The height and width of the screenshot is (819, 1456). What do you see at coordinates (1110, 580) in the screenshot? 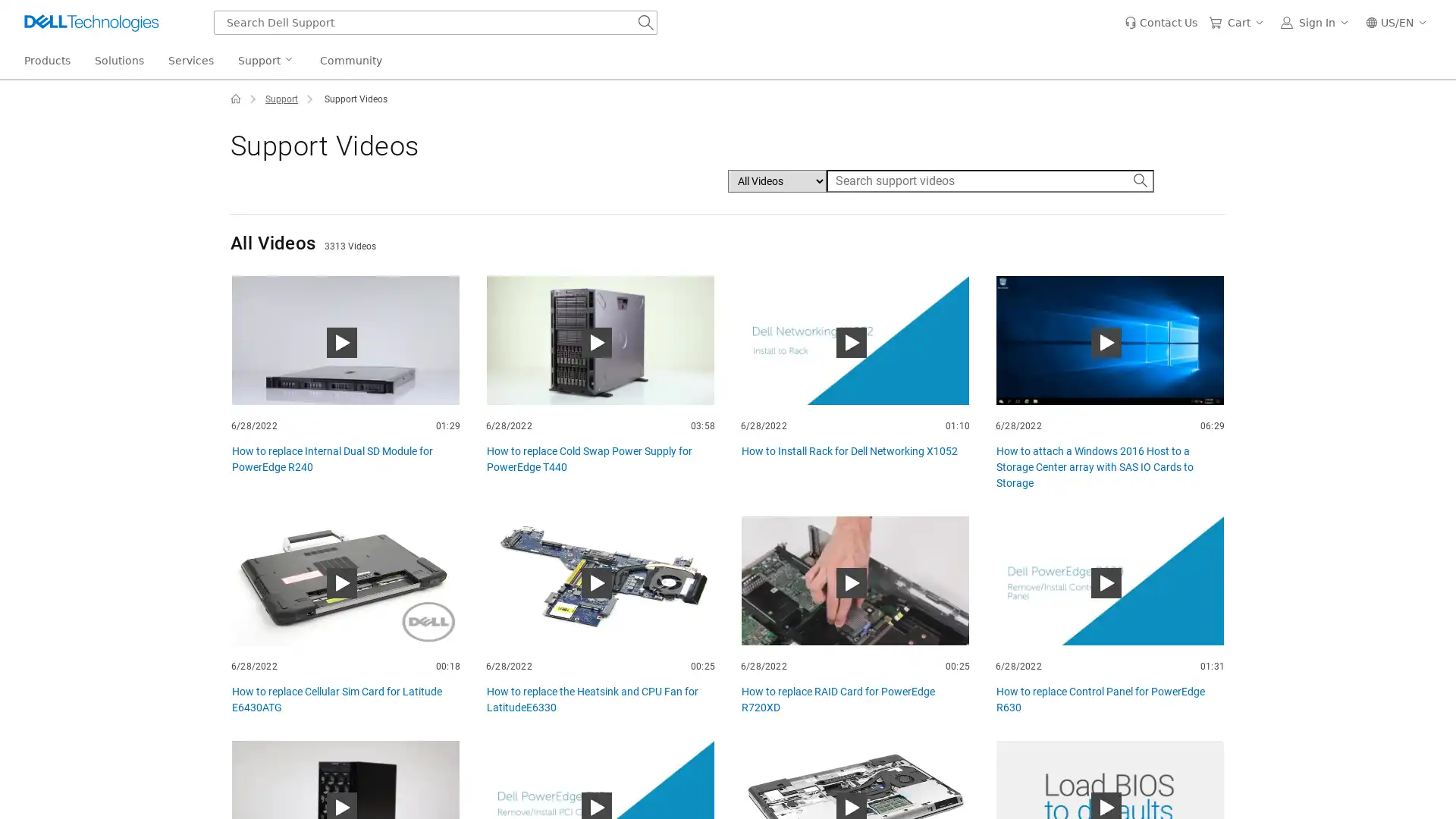
I see `How to replace Control Panel for PowerEdge R630 Play` at bounding box center [1110, 580].